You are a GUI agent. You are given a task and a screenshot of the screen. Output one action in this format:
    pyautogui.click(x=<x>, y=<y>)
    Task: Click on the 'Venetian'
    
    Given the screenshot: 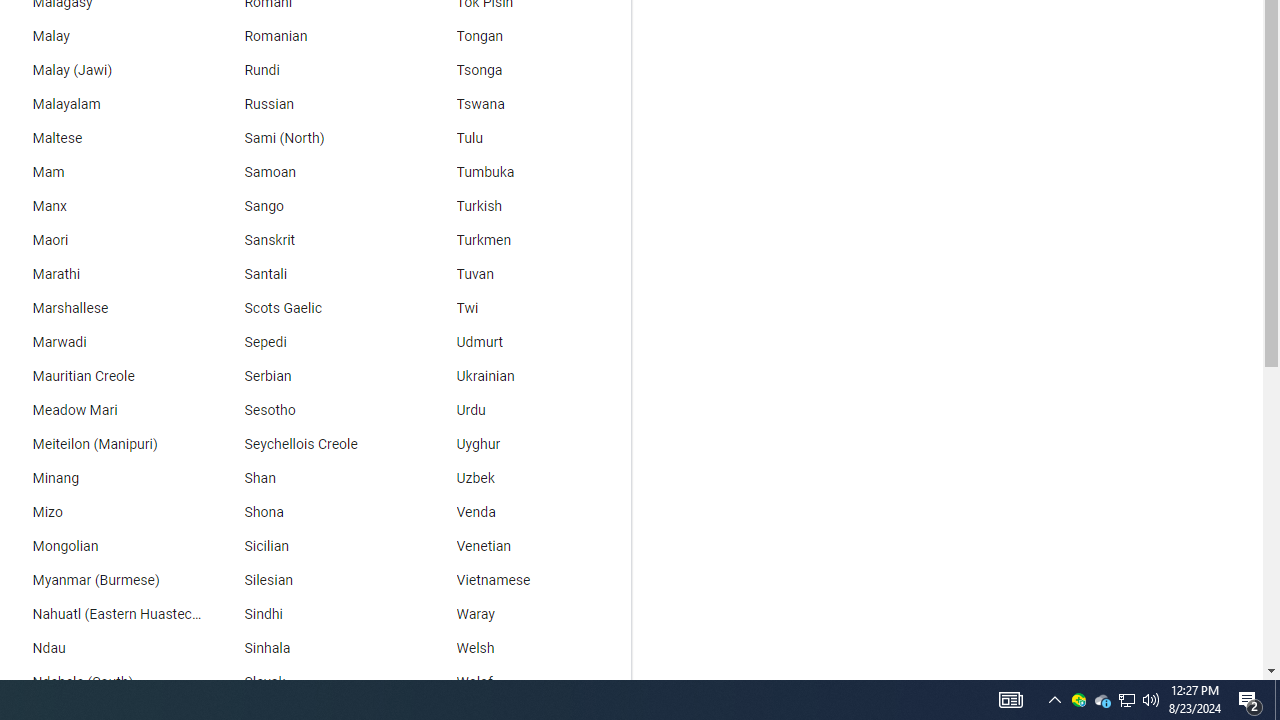 What is the action you would take?
    pyautogui.click(x=525, y=547)
    